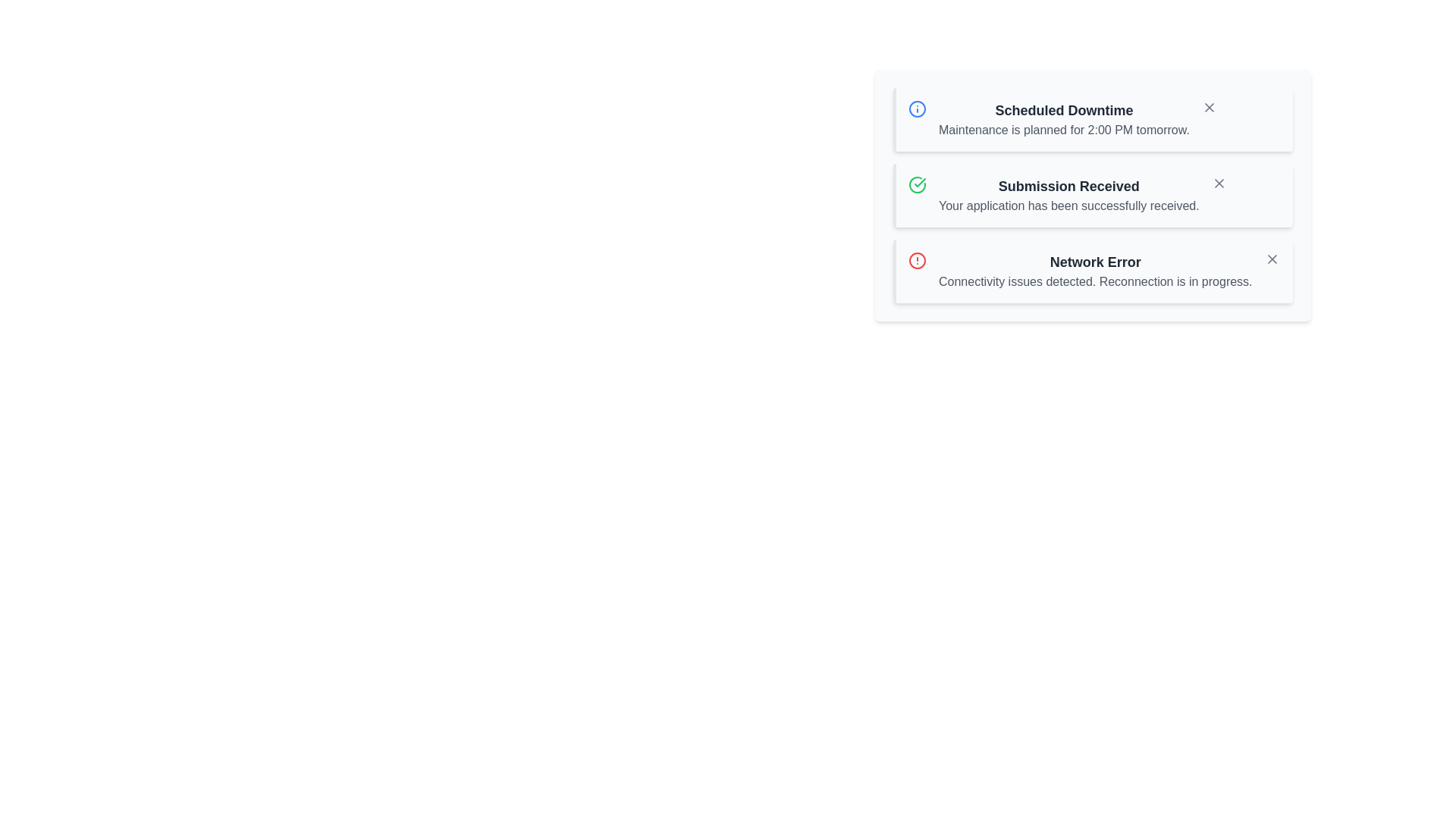 The height and width of the screenshot is (819, 1456). I want to click on the close button located at the far-right of the 'Network Error' message card, so click(1272, 259).